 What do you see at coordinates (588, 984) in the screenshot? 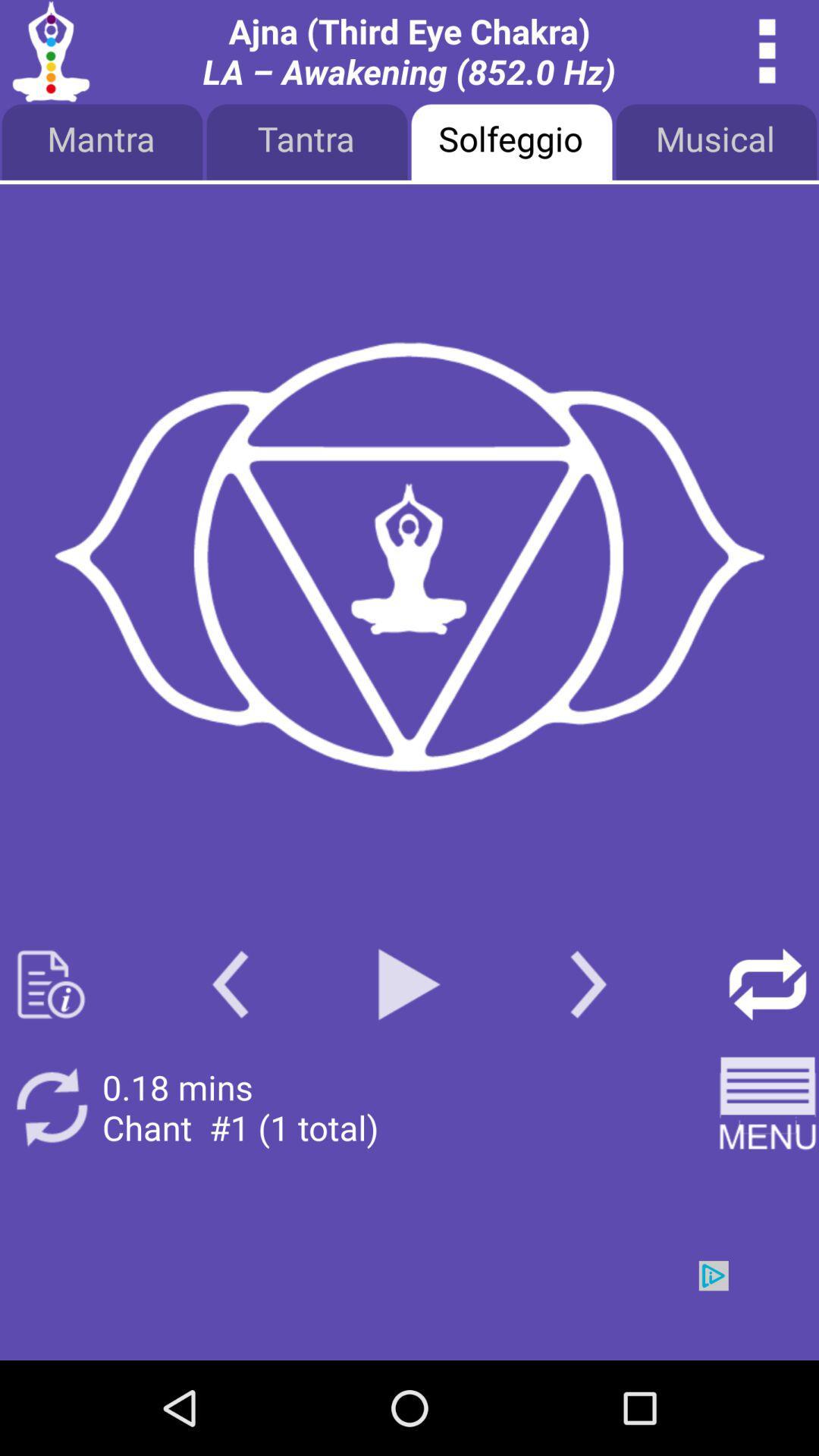
I see `next` at bounding box center [588, 984].